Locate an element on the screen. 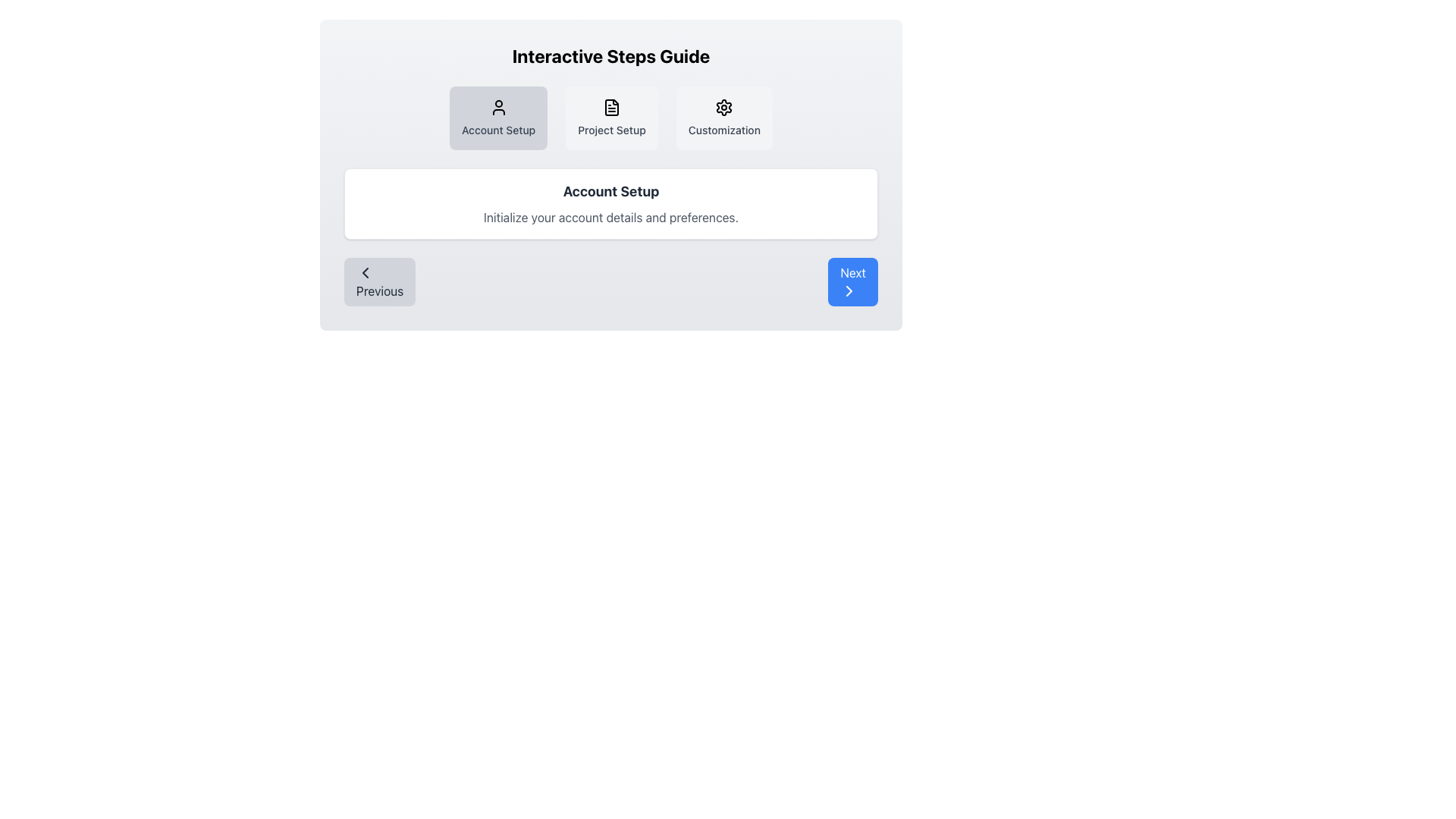 The height and width of the screenshot is (819, 1456). the text label reading 'Customization', which is styled in medium gray and located near the top center of the interactive steps guide is located at coordinates (723, 130).